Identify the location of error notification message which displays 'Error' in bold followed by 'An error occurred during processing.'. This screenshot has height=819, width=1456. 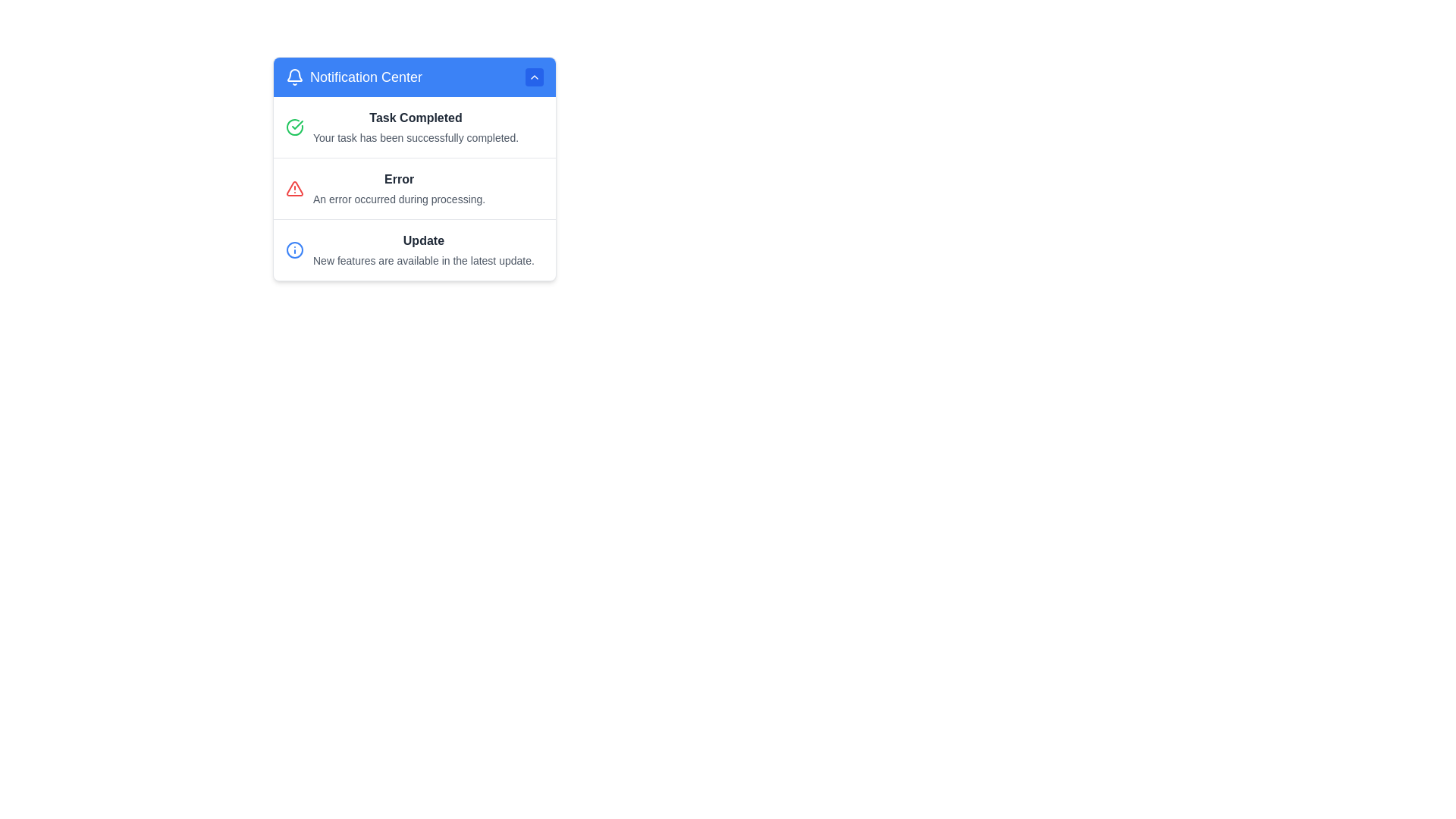
(415, 188).